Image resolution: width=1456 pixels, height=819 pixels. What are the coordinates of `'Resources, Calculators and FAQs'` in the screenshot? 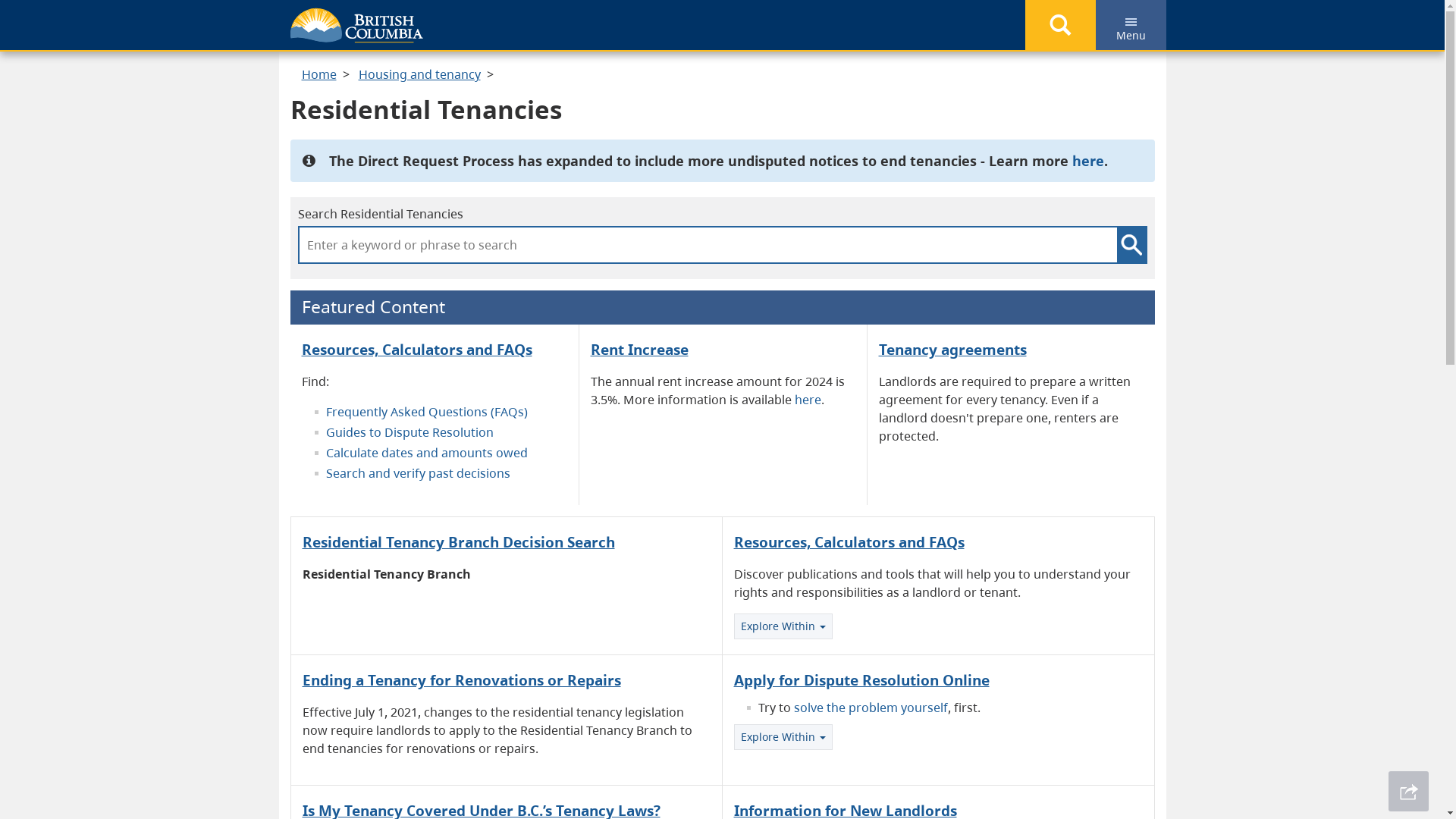 It's located at (848, 541).